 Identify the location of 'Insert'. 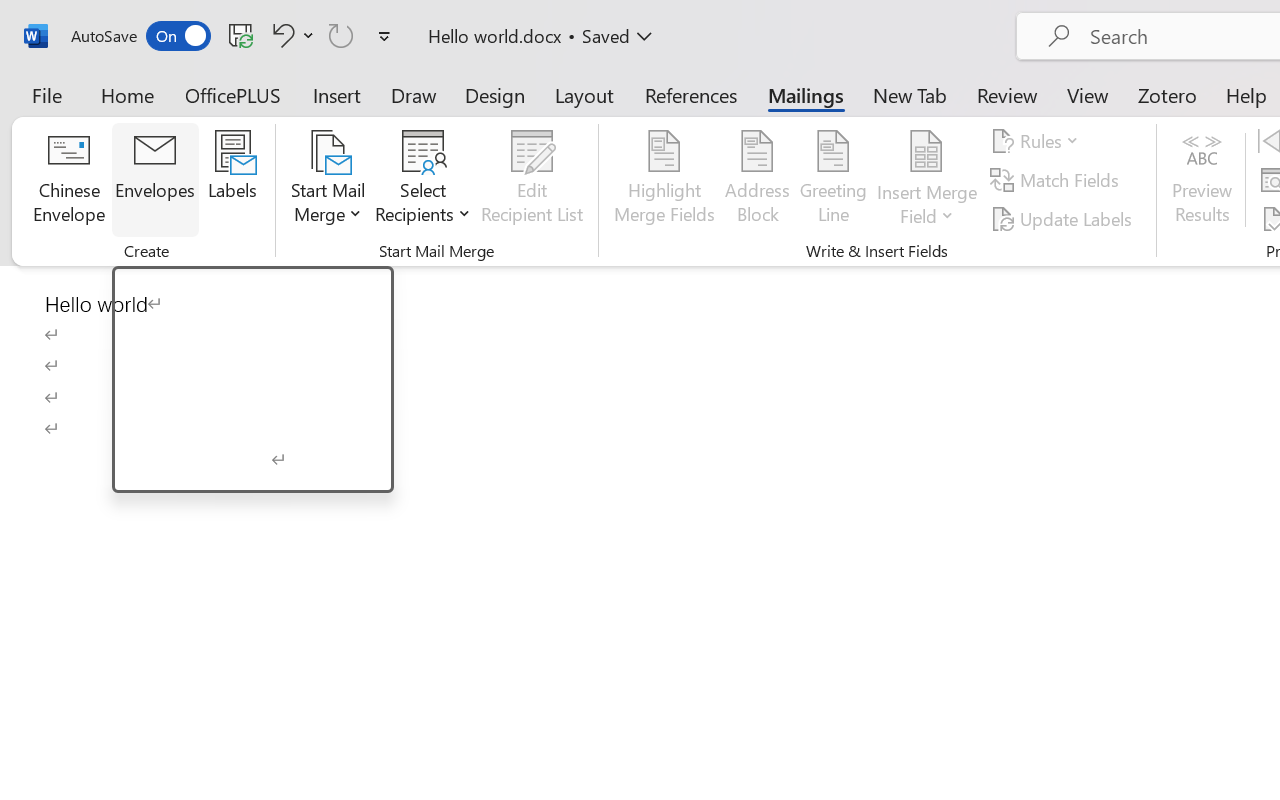
(337, 94).